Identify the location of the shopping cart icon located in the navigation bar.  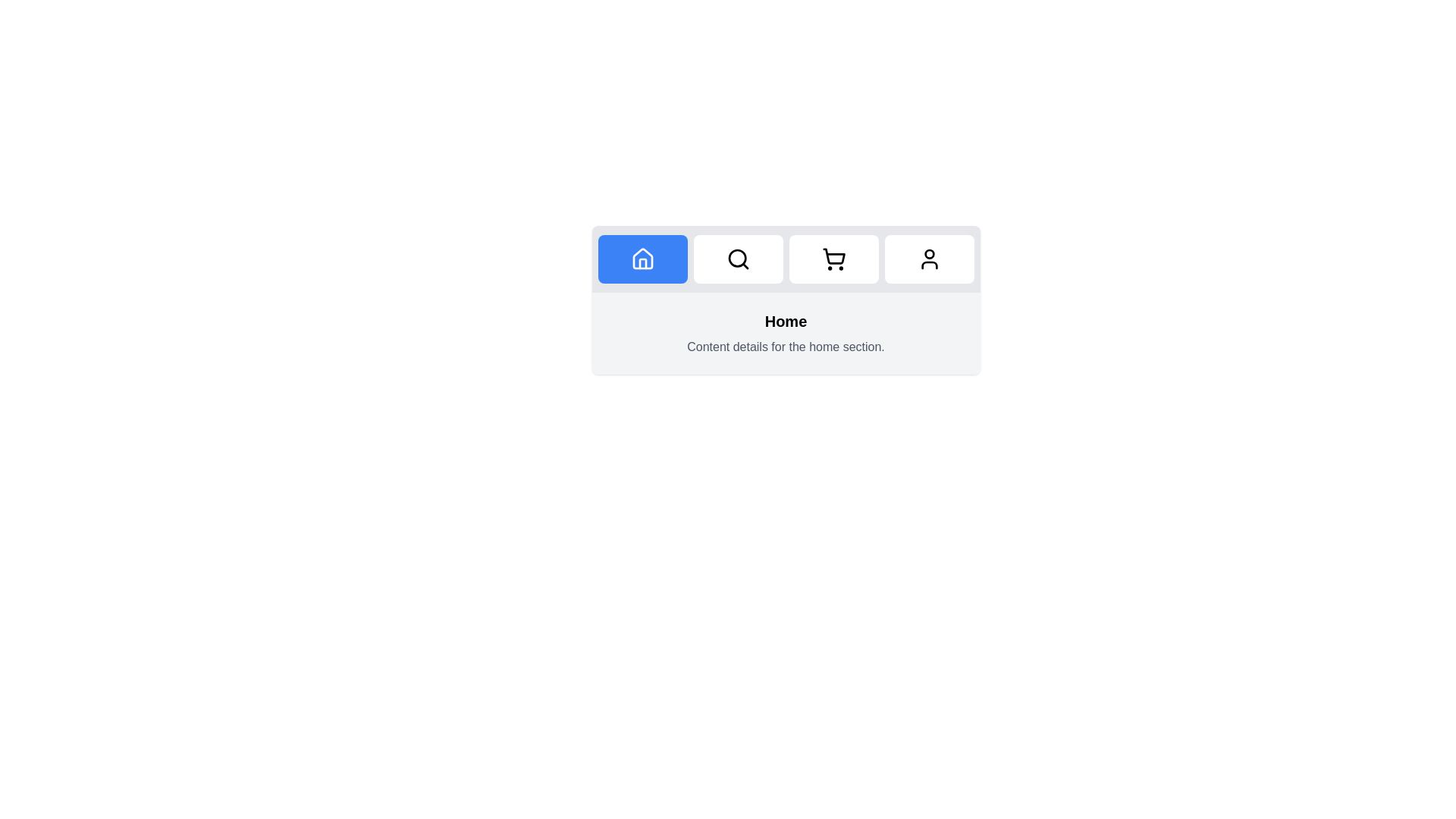
(833, 259).